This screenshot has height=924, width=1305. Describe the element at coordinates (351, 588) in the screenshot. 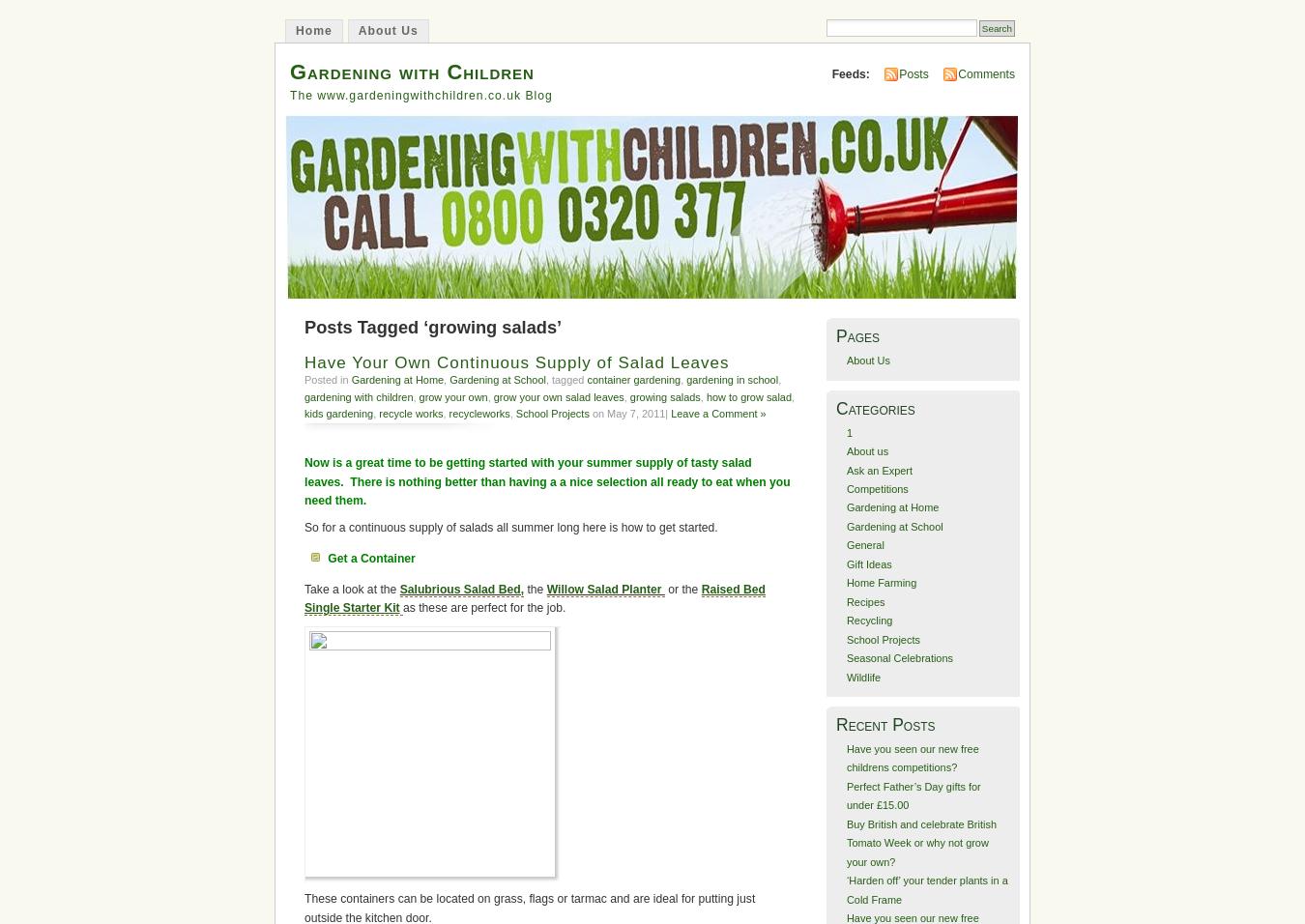

I see `'Take a look at the'` at that location.